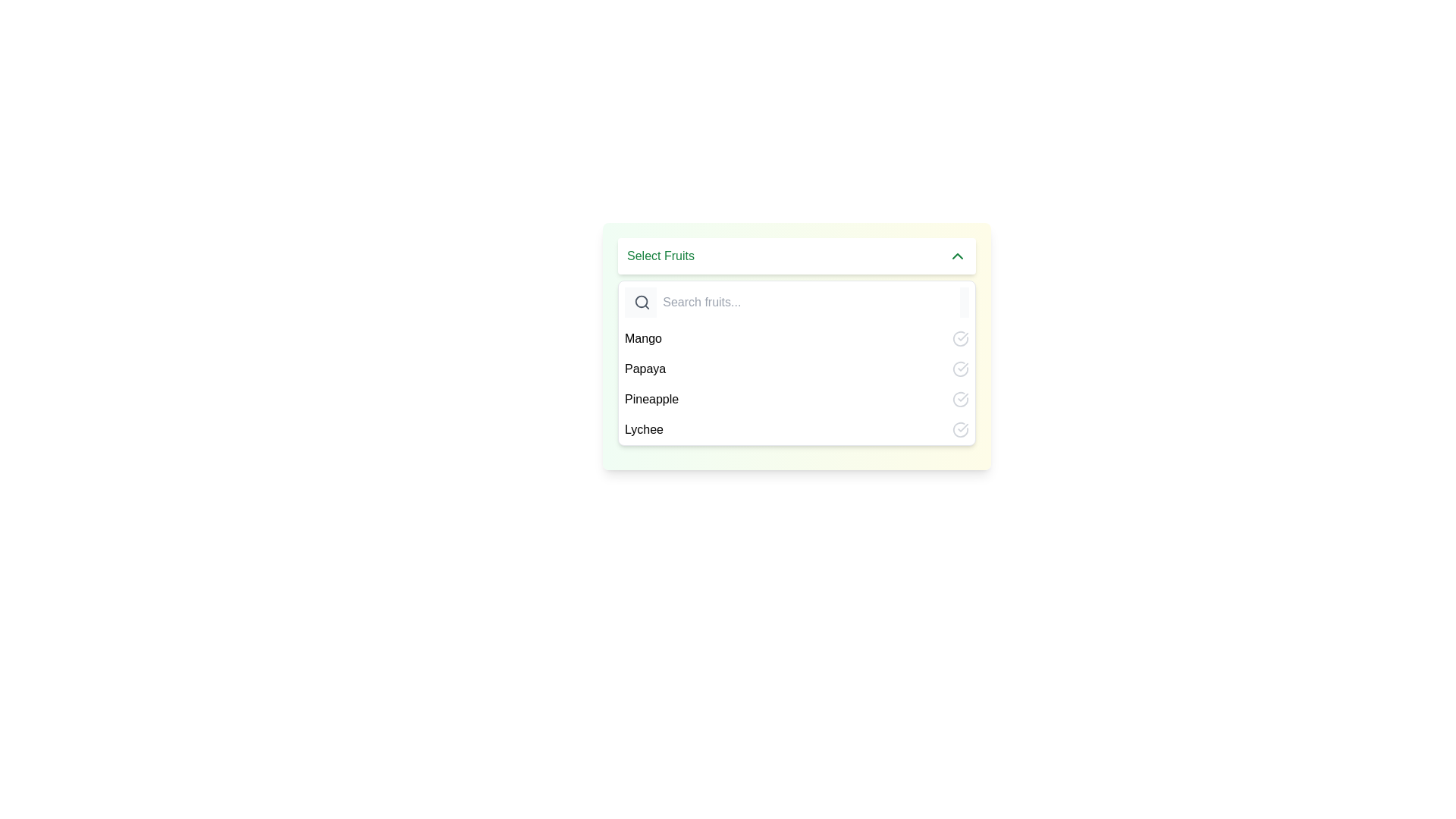  Describe the element at coordinates (645, 369) in the screenshot. I see `the text label reading 'Papaya'` at that location.